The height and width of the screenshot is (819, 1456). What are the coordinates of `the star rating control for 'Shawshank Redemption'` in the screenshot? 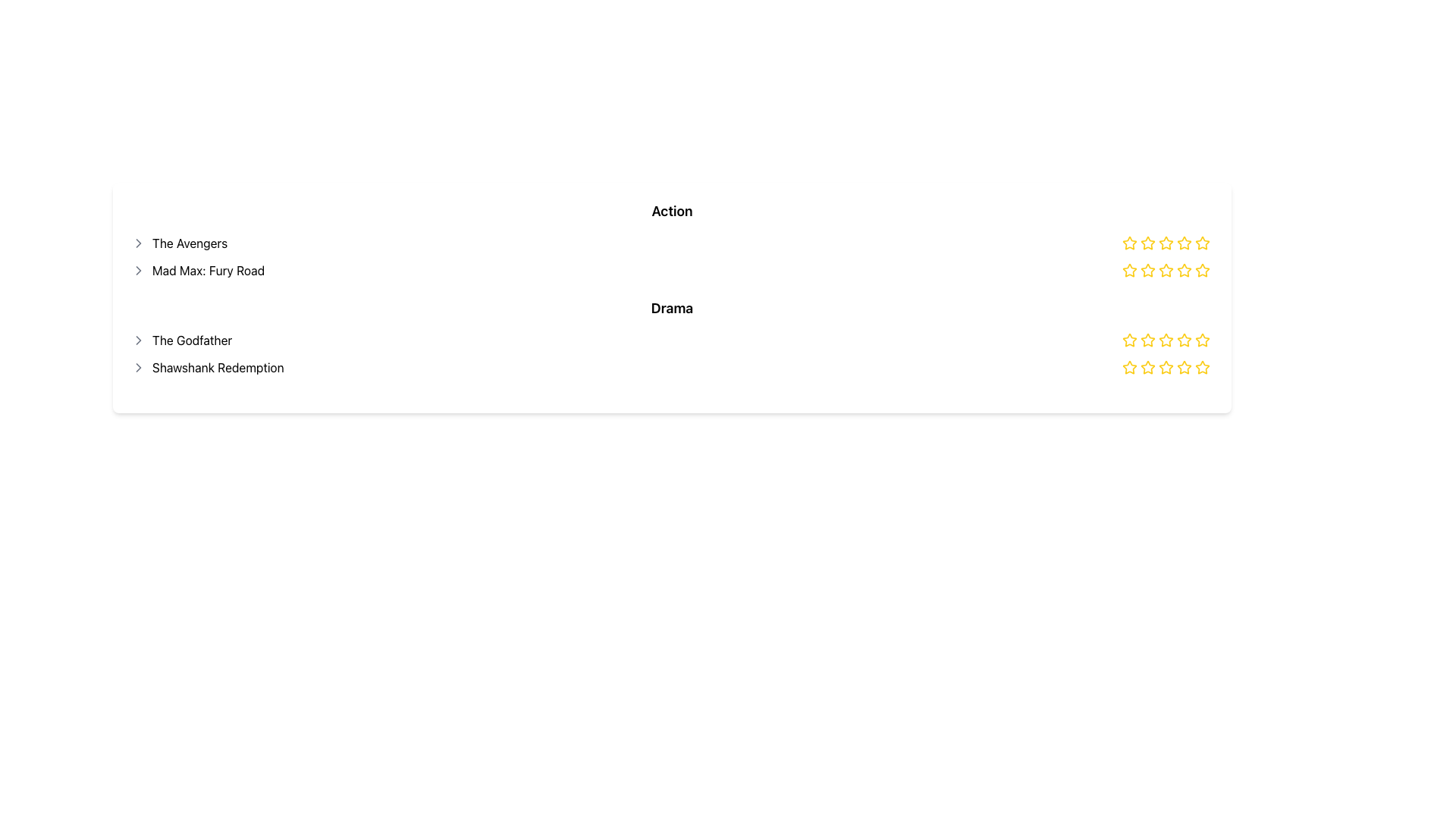 It's located at (1167, 368).